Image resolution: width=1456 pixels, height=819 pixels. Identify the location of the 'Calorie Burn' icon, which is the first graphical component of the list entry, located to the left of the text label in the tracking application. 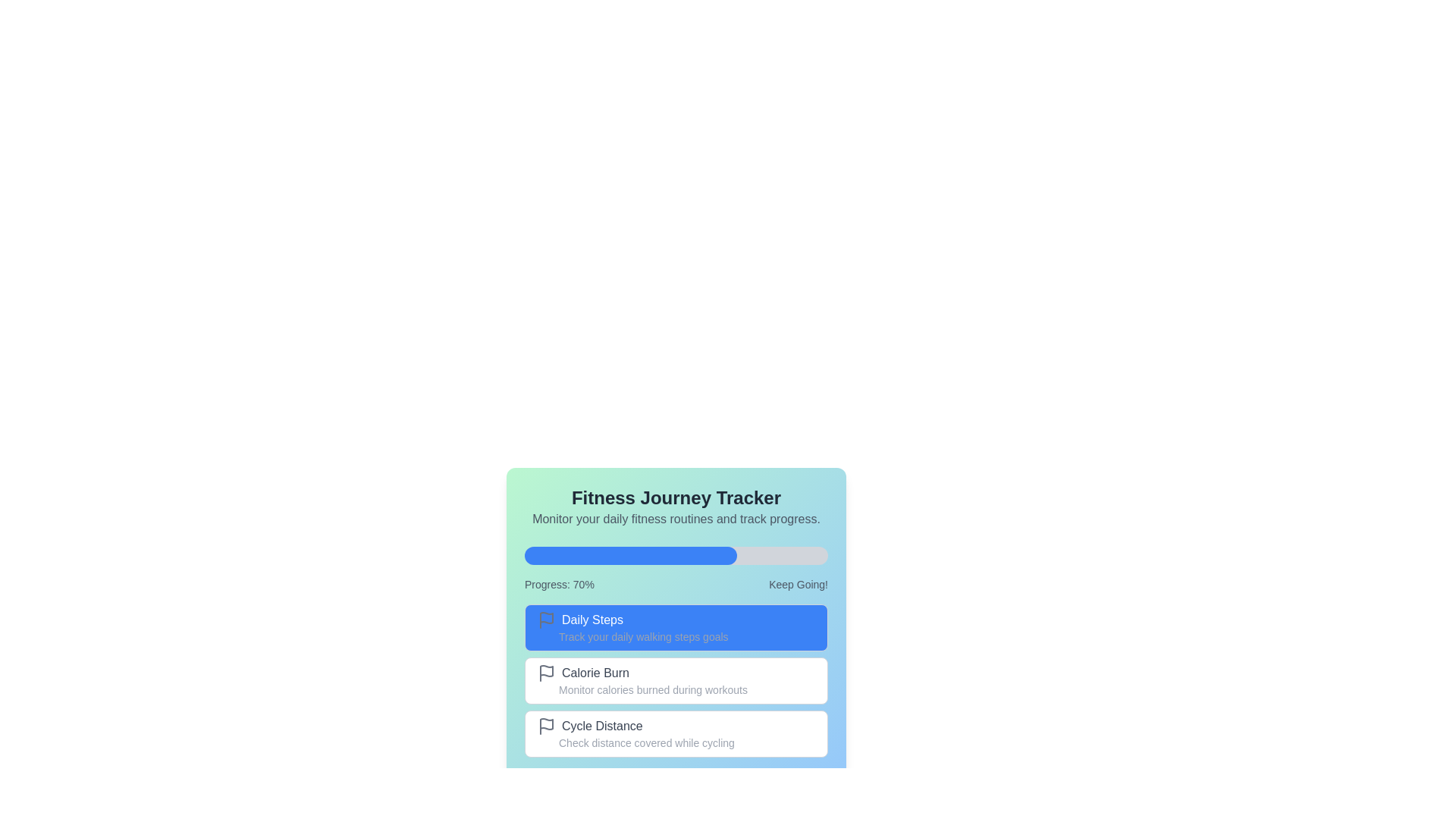
(546, 670).